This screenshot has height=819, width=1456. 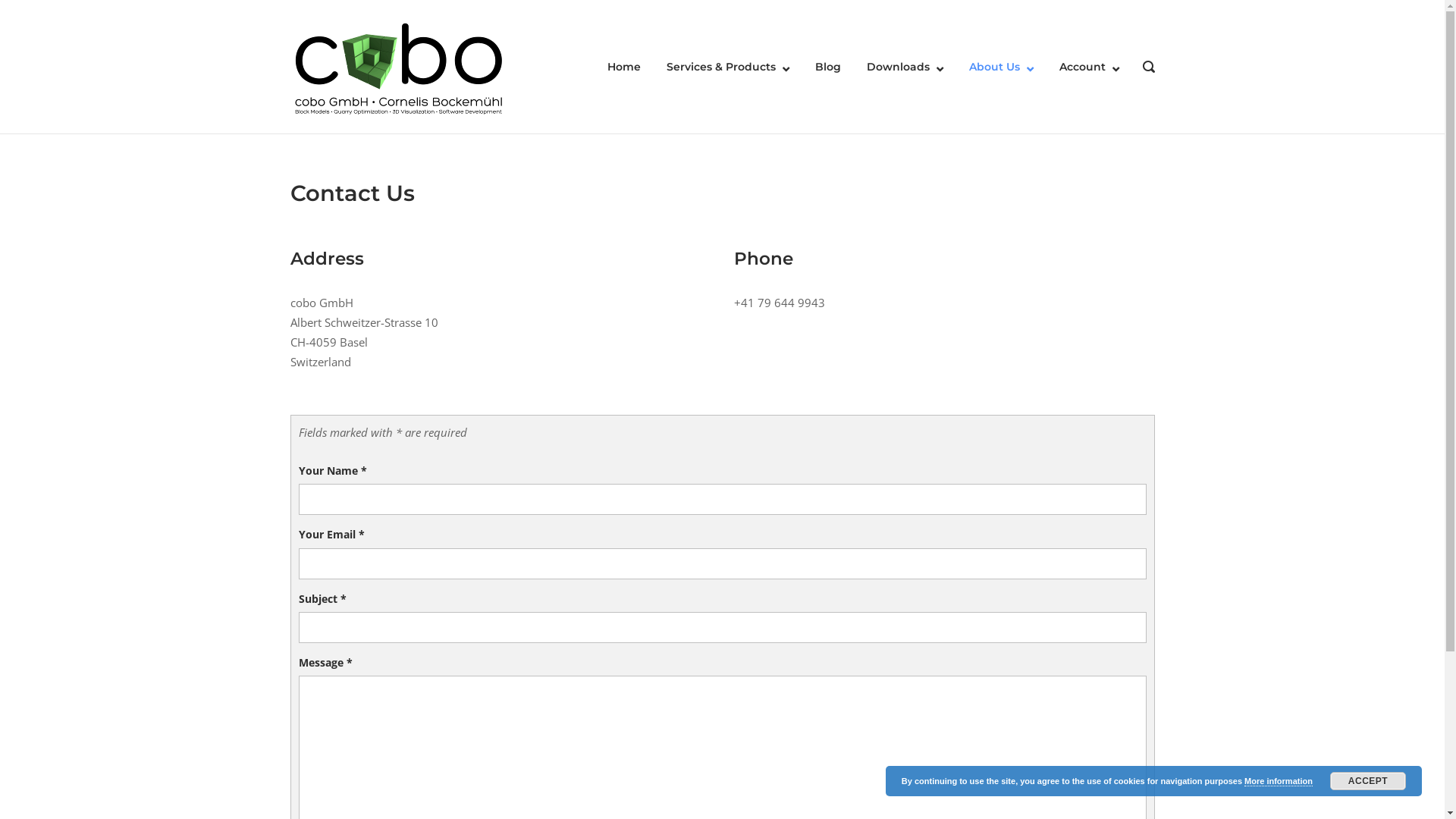 I want to click on 'Blog', so click(x=826, y=66).